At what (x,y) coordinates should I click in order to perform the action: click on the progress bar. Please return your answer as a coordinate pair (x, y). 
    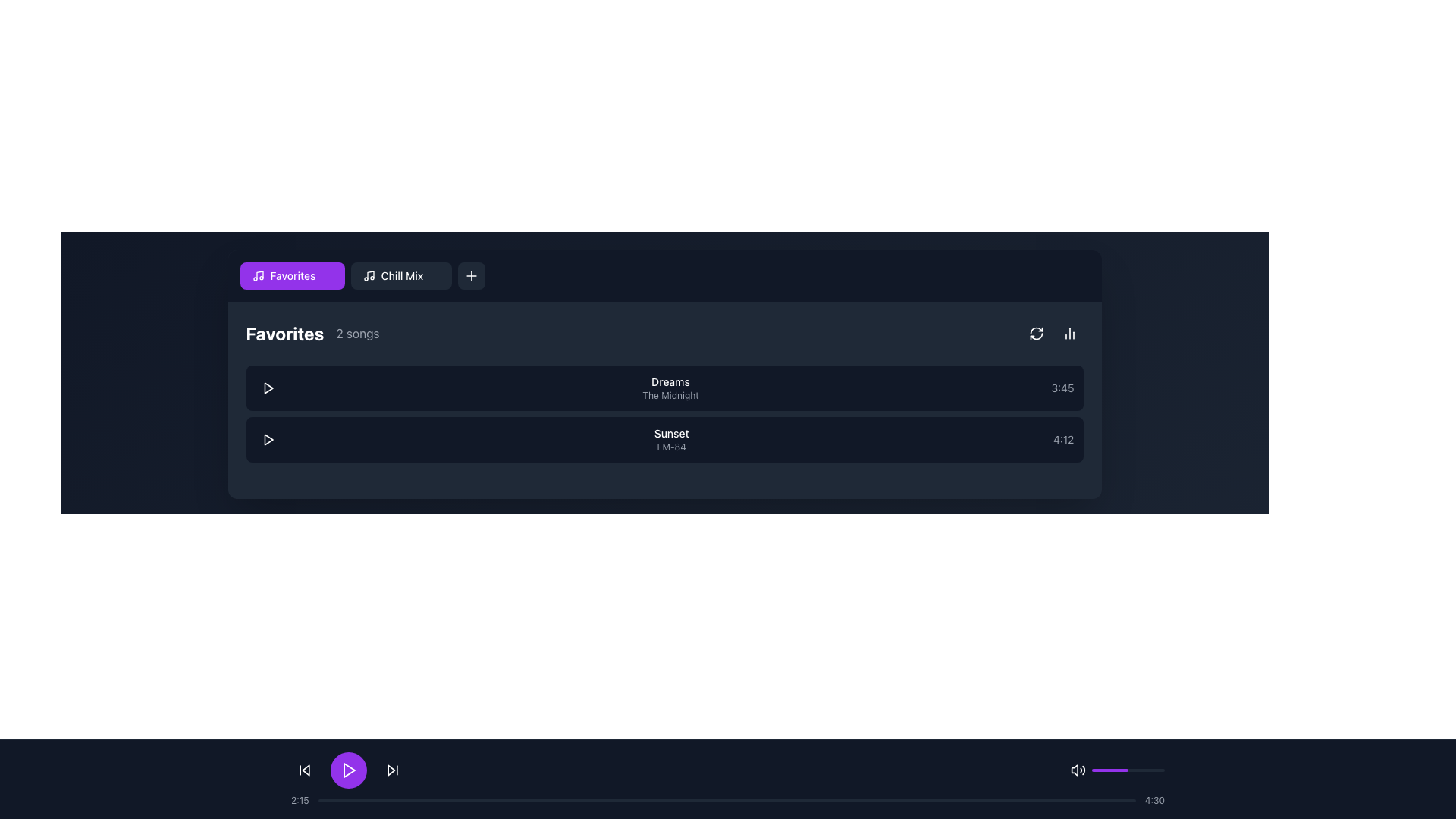
    Looking at the image, I should click on (587, 800).